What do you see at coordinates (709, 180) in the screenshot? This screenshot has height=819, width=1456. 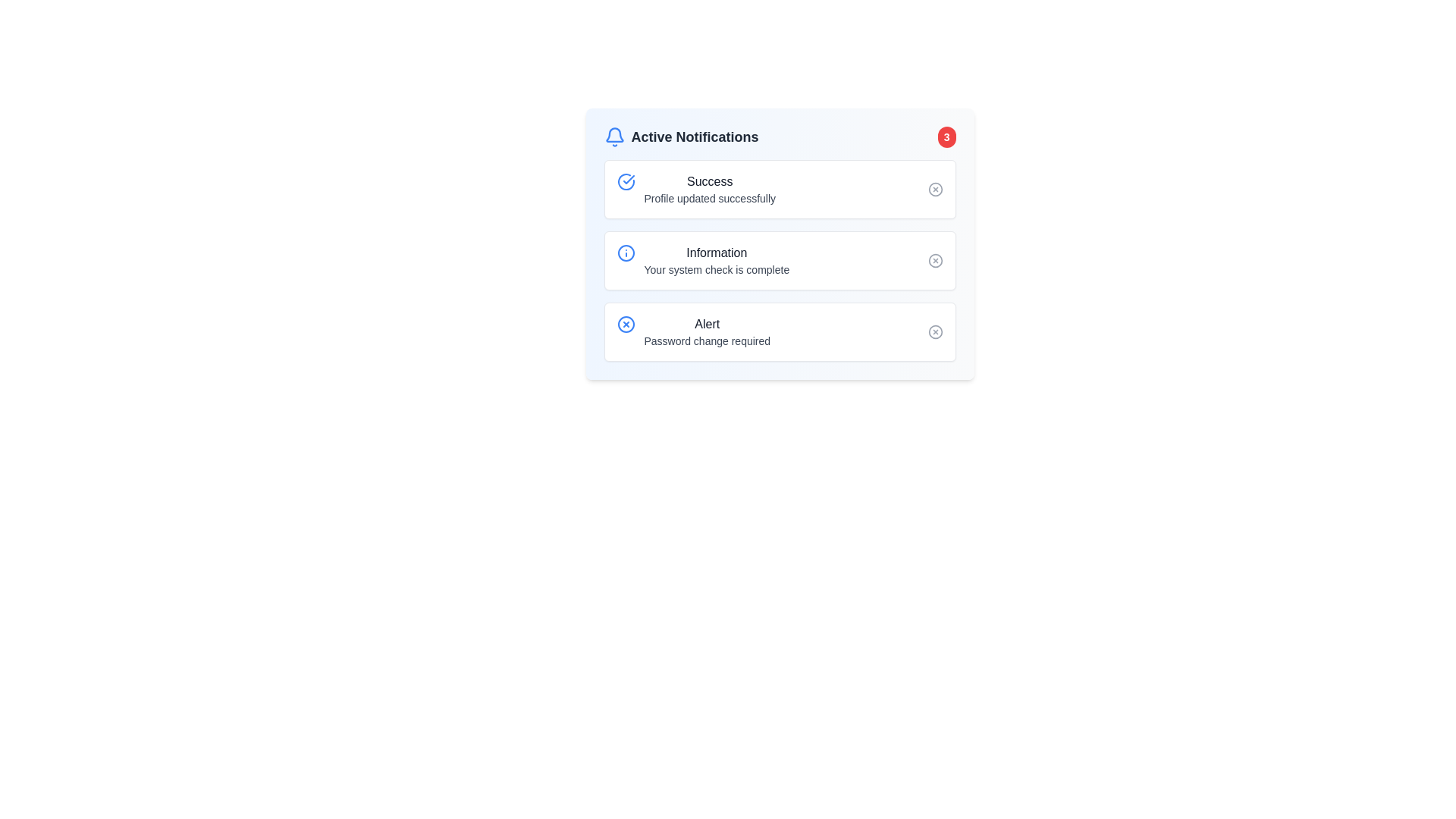 I see `information from the Text label that serves as the title of the notification indicating a successful action, located at the top of the 'Active Notifications' card` at bounding box center [709, 180].